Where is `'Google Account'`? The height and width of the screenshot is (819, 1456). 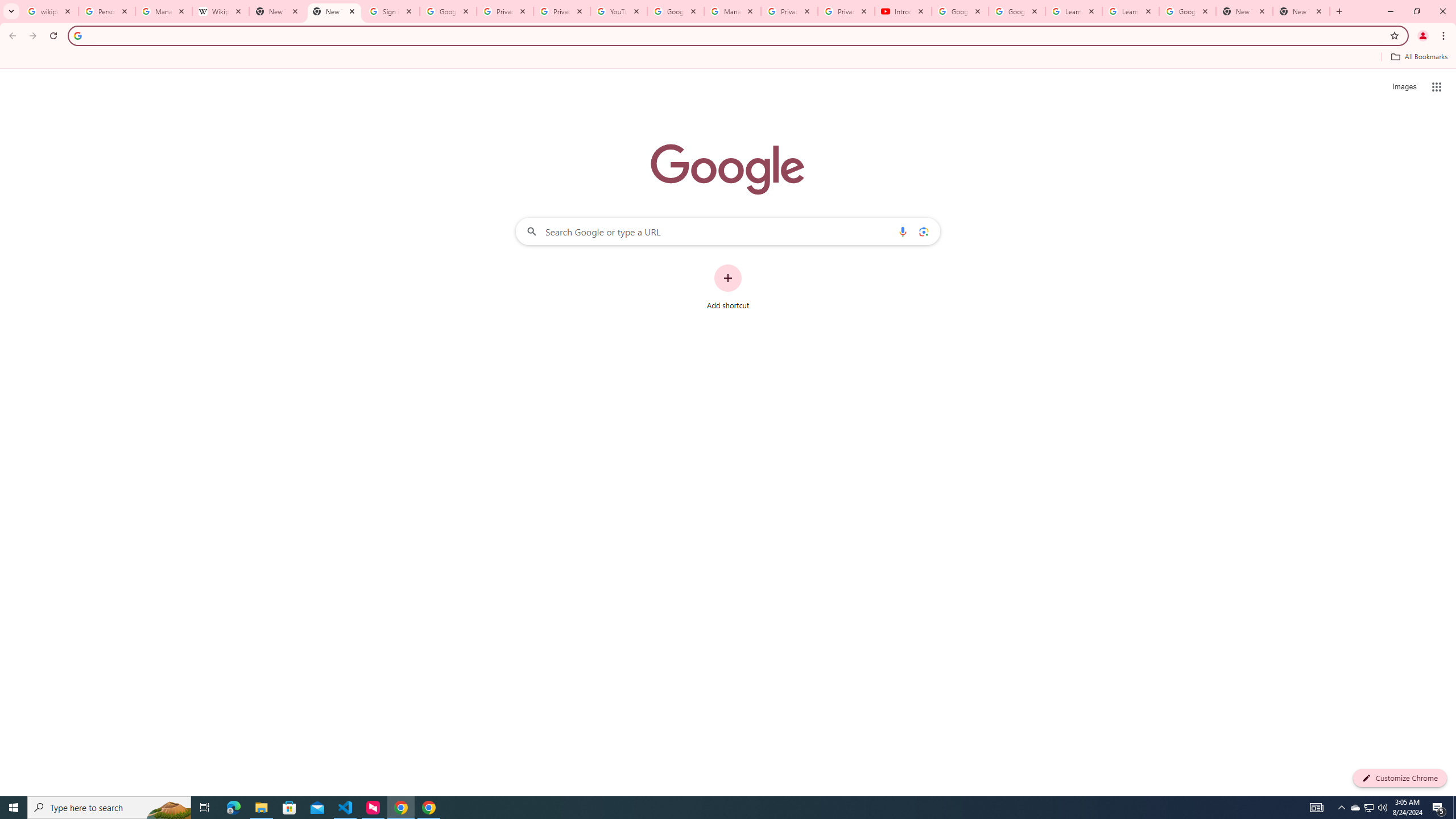 'Google Account' is located at coordinates (1187, 11).